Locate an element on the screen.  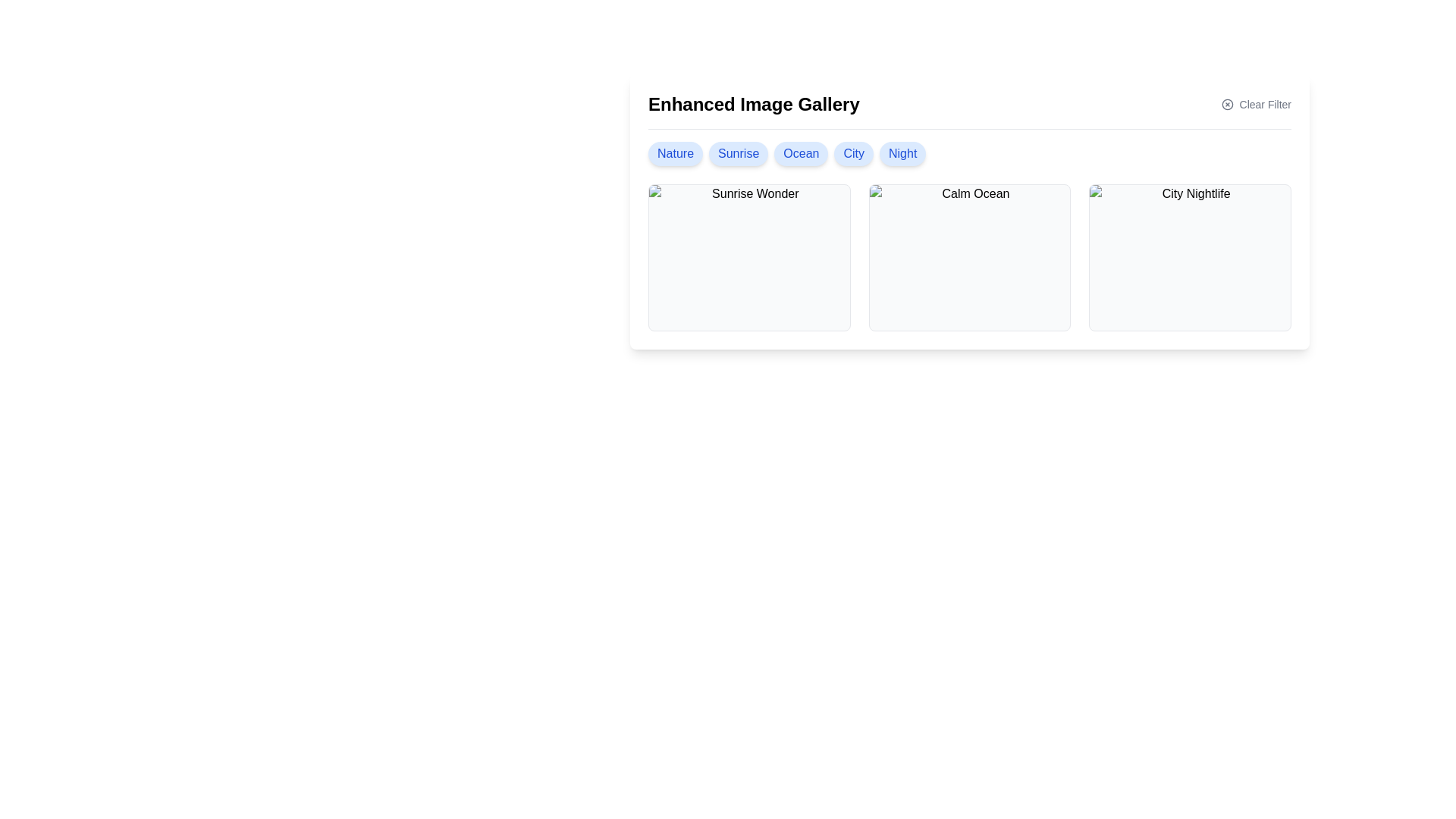
the pill-shaped button labeled 'City' is located at coordinates (854, 154).